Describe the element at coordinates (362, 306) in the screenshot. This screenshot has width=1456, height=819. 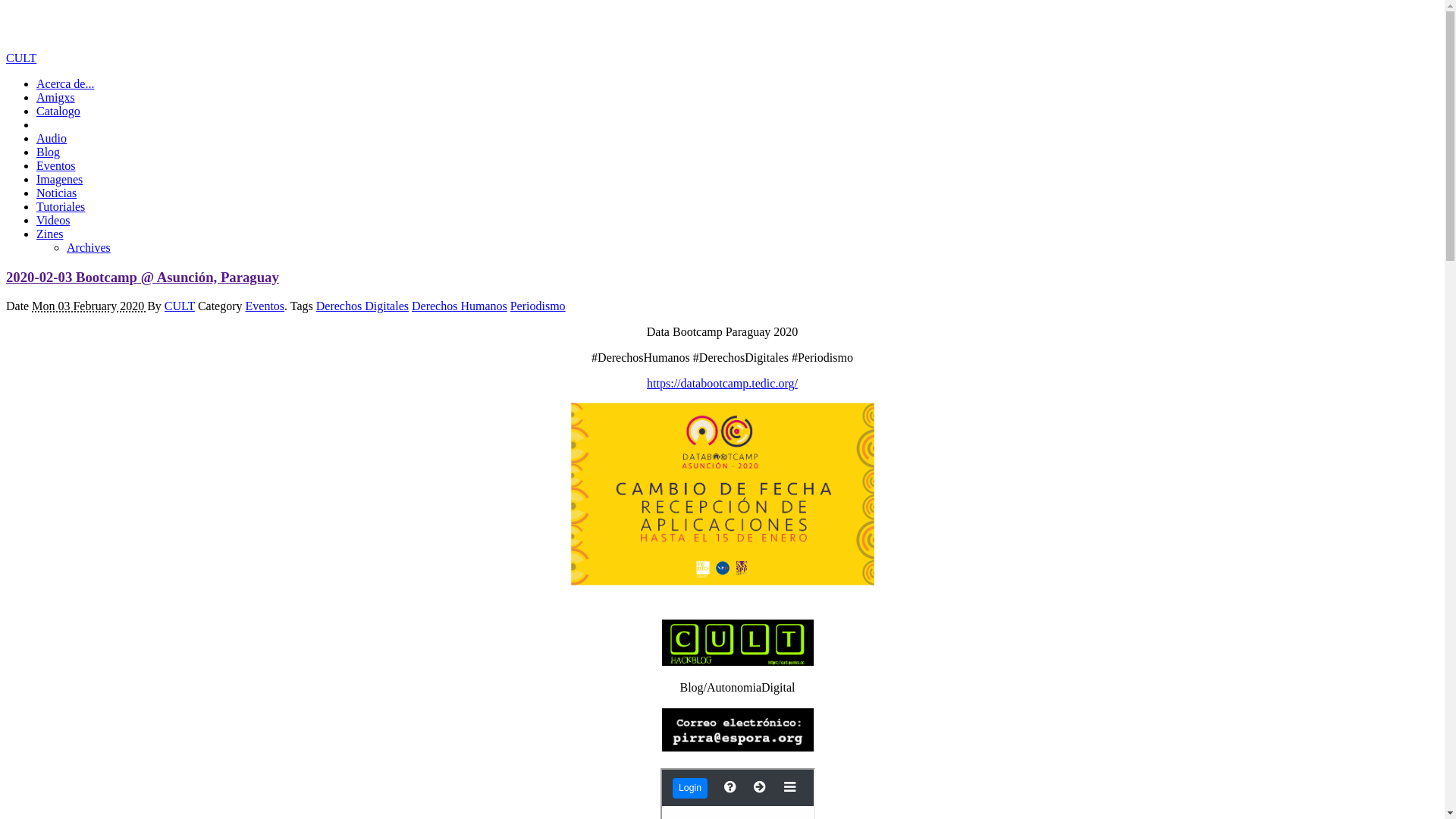
I see `'Derechos Digitales'` at that location.